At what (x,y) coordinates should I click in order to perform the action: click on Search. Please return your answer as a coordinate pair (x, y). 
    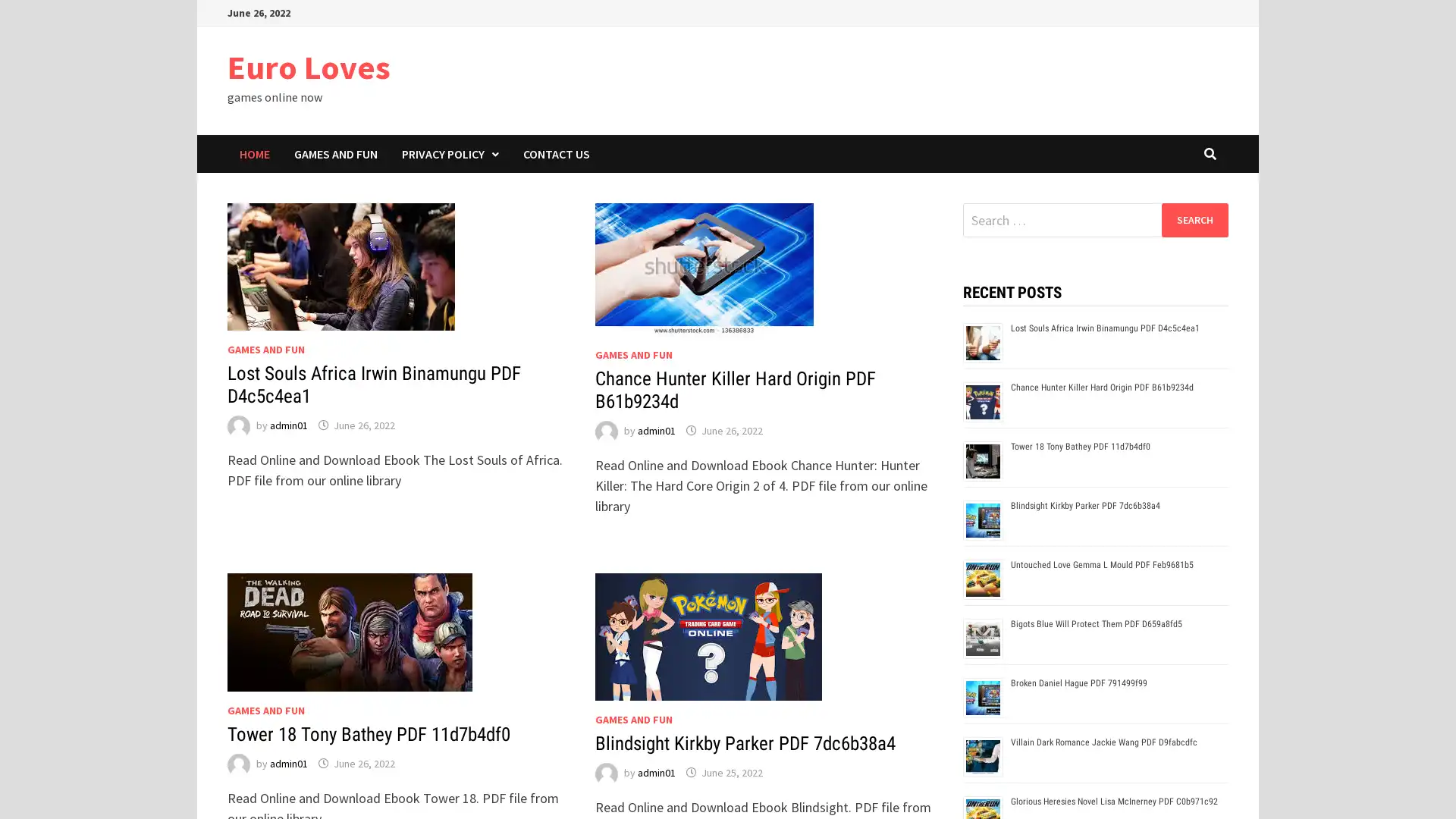
    Looking at the image, I should click on (1194, 219).